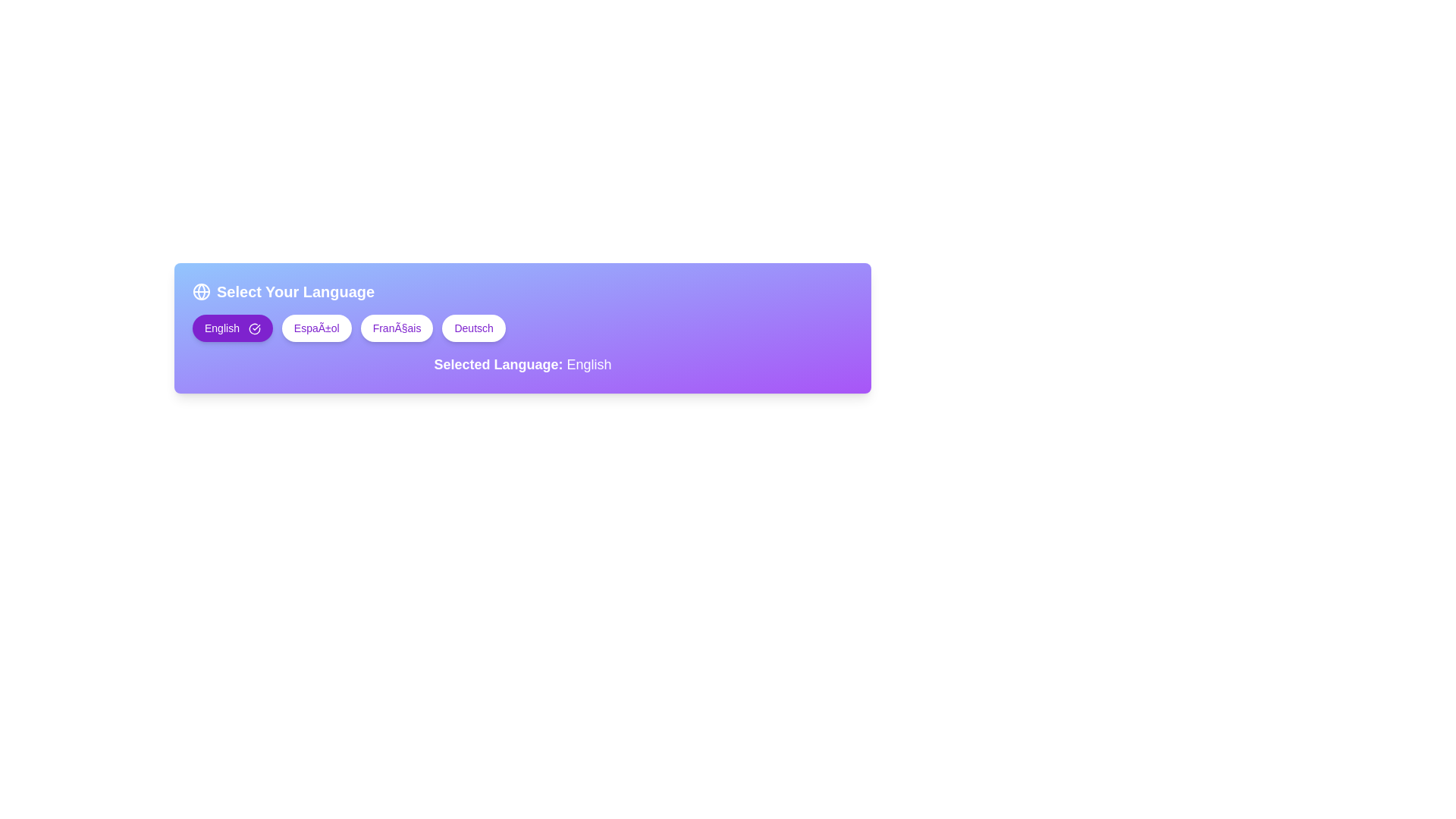  What do you see at coordinates (397, 327) in the screenshot?
I see `the 'Français' language selection button, which is the third button in a row of language buttons located in the middle section of the interface` at bounding box center [397, 327].